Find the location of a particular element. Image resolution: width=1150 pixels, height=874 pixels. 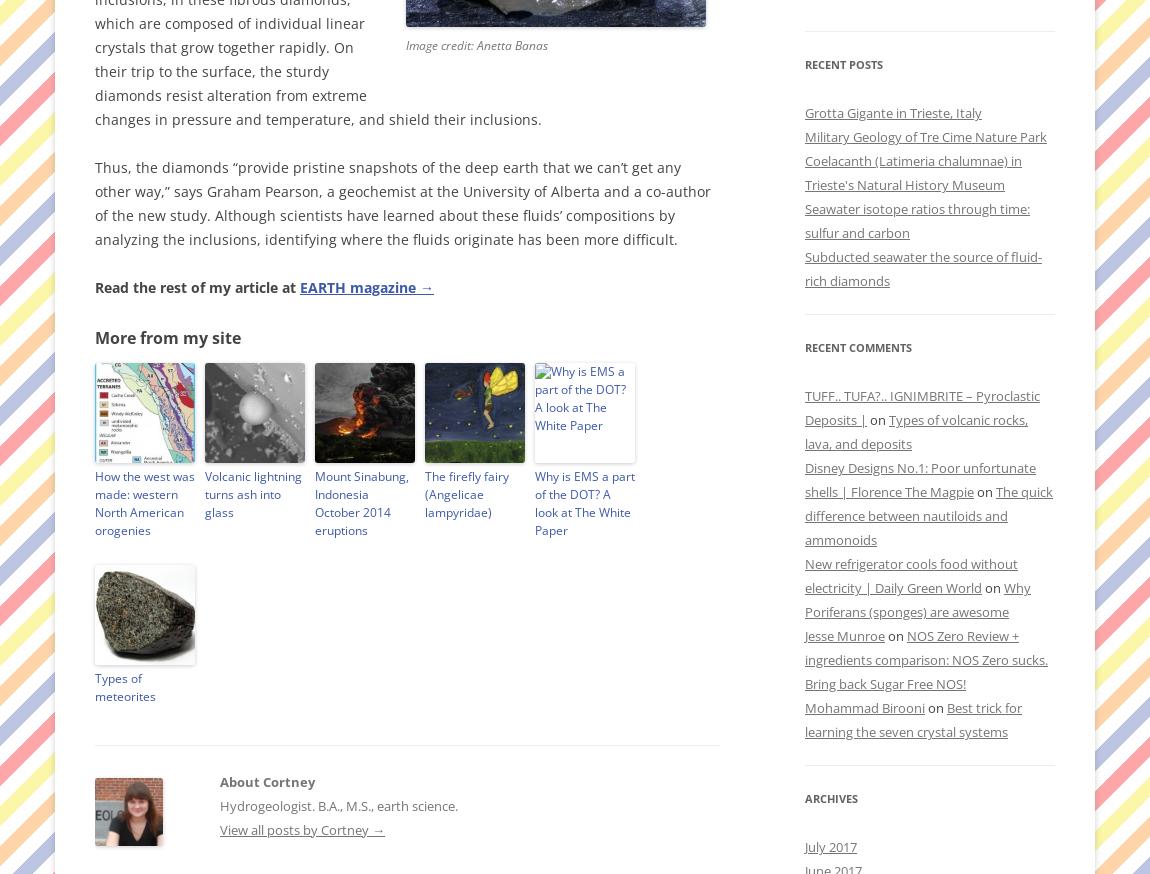

'Types of volcanic rocks, lava, and deposits' is located at coordinates (916, 432).